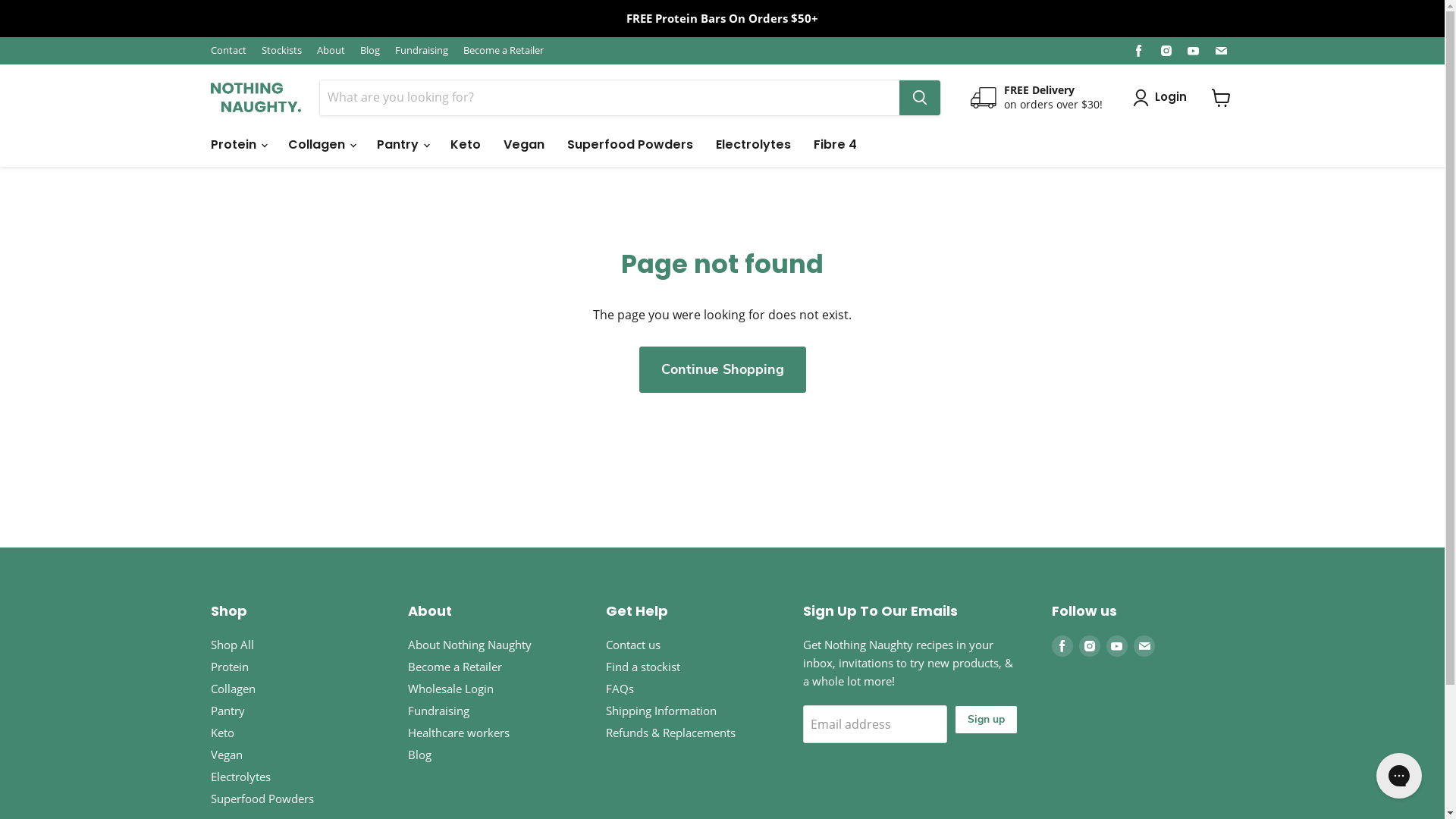 The image size is (1456, 819). Describe the element at coordinates (210, 49) in the screenshot. I see `'Contact'` at that location.